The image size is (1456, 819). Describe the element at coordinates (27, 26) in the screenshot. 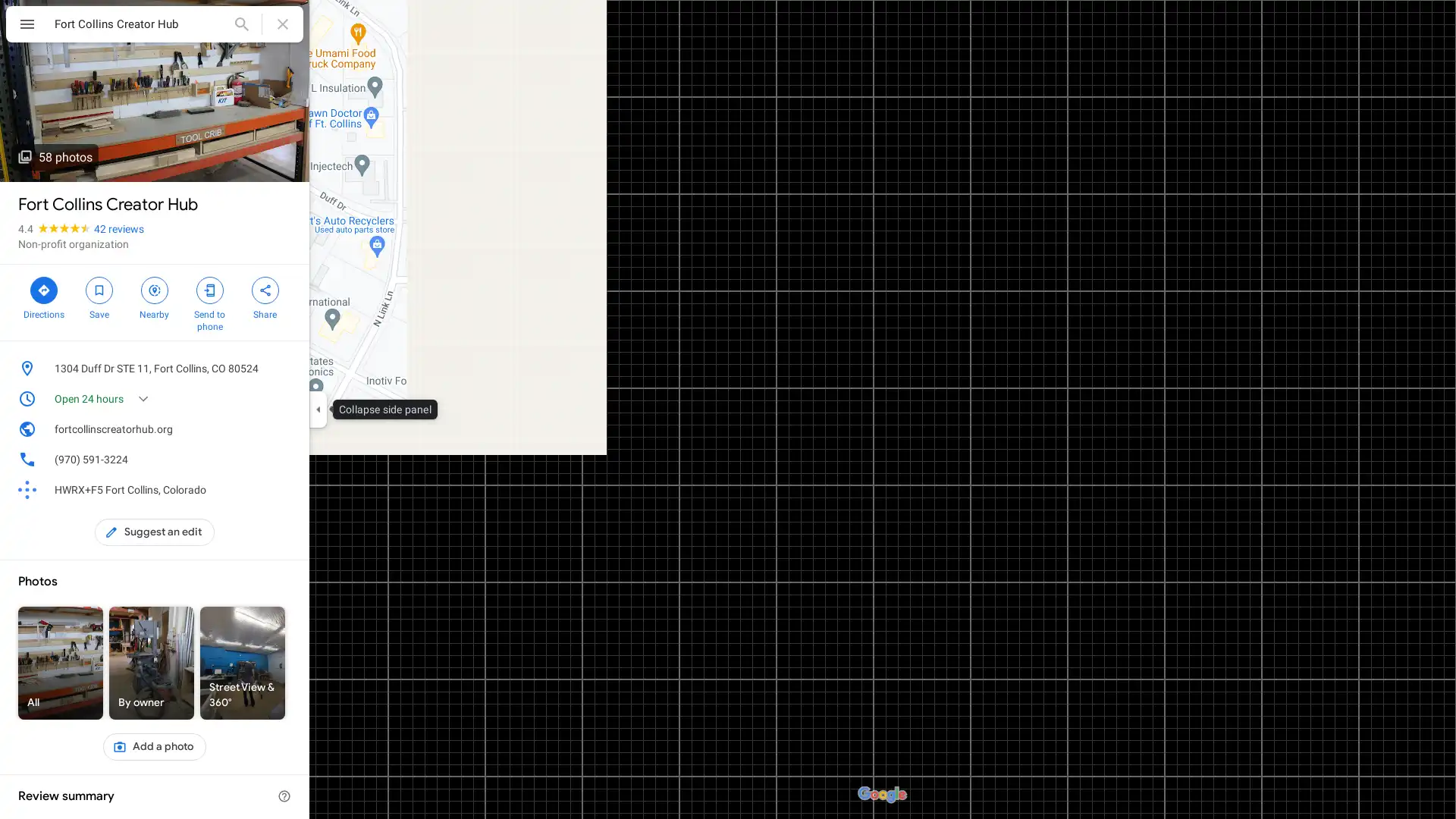

I see `Menu` at that location.